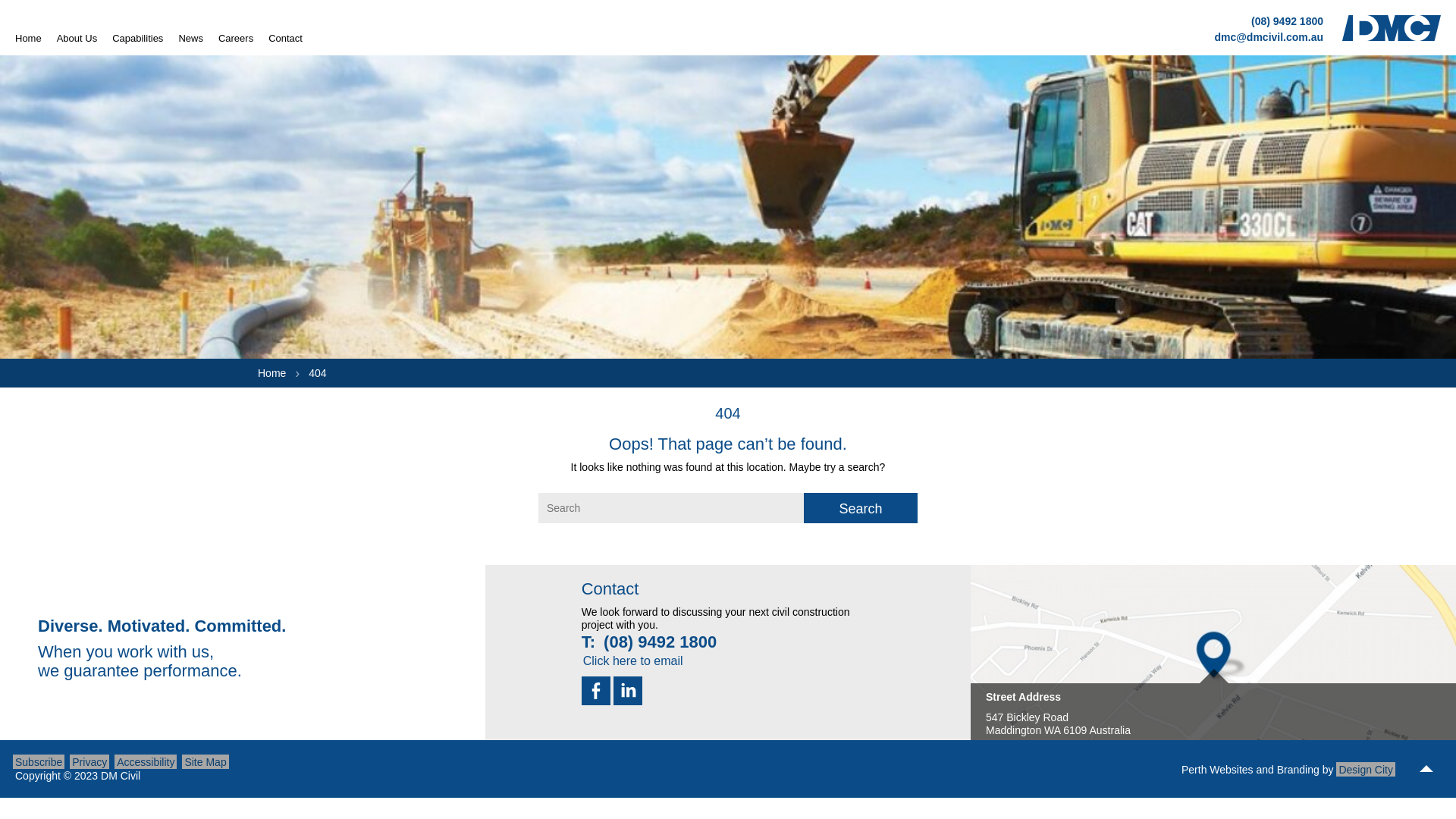 Image resolution: width=1456 pixels, height=819 pixels. I want to click on '(08) 9492 1800', so click(1286, 20).